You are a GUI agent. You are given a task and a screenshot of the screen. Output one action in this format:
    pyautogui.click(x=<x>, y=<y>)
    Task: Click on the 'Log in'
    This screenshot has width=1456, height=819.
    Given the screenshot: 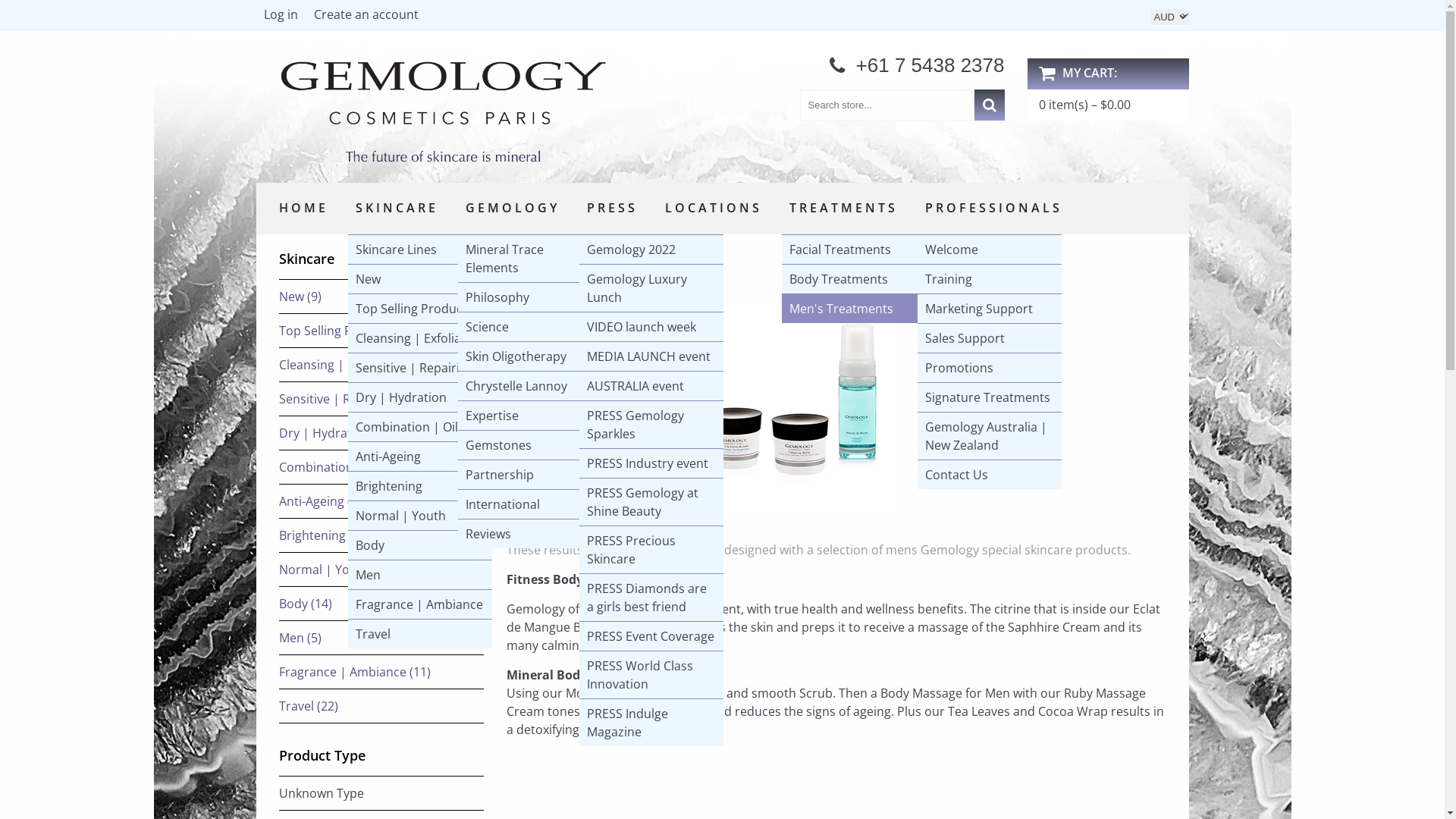 What is the action you would take?
    pyautogui.click(x=256, y=17)
    